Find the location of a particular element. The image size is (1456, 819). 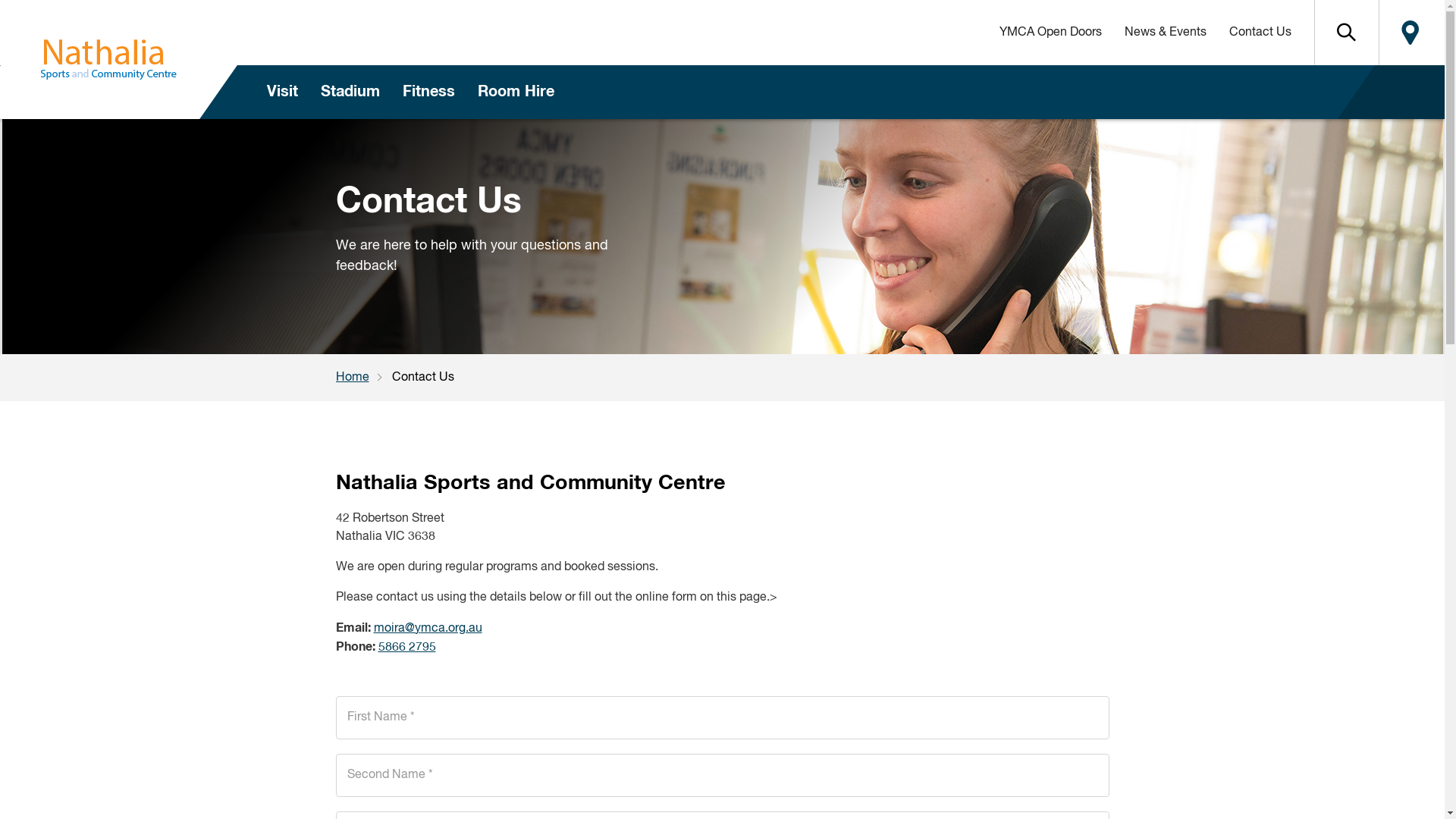

'Visit' is located at coordinates (281, 92).